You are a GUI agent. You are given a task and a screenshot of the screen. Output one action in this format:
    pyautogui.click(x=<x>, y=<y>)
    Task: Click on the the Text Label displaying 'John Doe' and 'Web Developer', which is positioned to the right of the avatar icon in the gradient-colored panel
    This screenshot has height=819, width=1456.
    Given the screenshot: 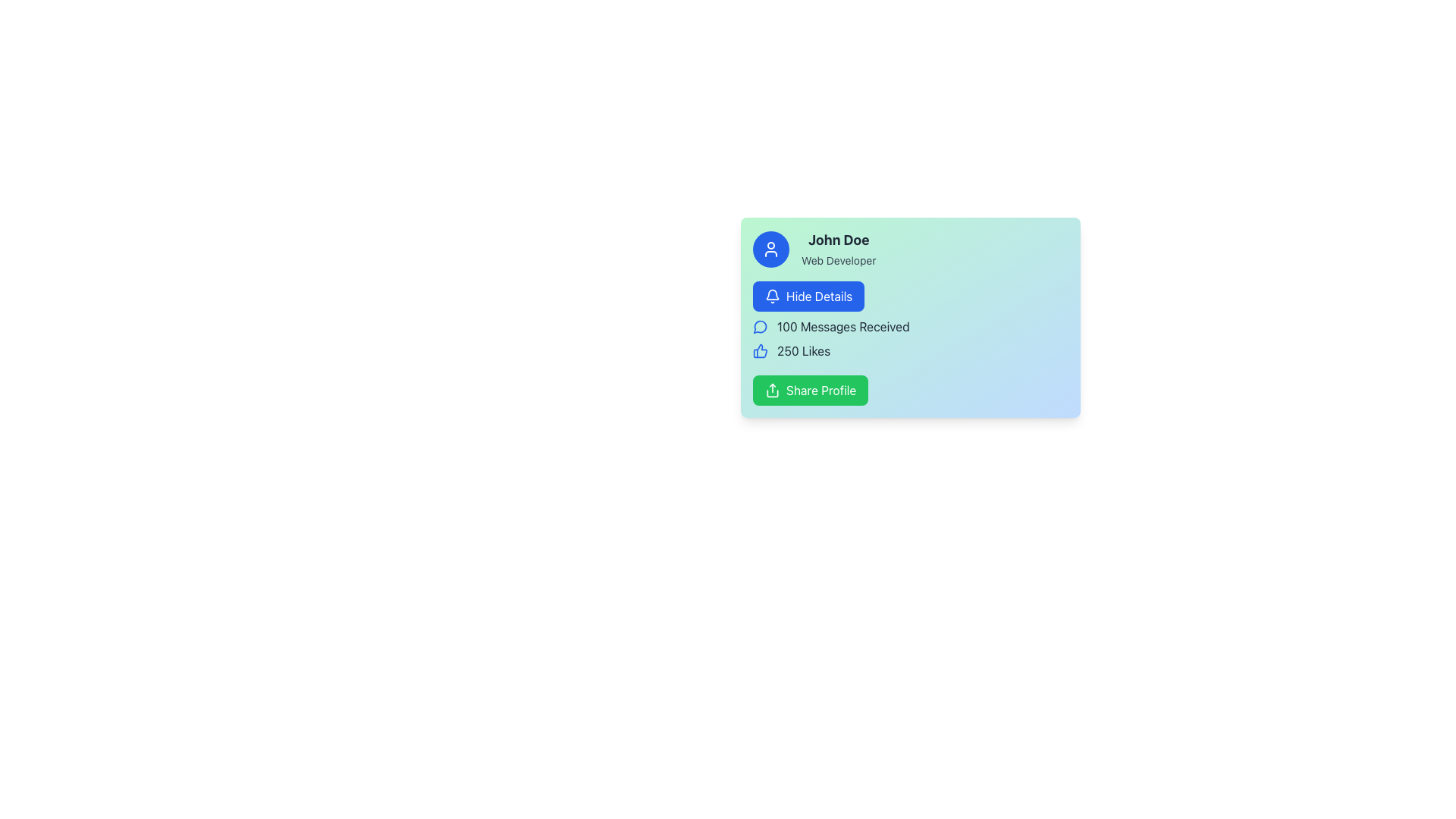 What is the action you would take?
    pyautogui.click(x=838, y=248)
    